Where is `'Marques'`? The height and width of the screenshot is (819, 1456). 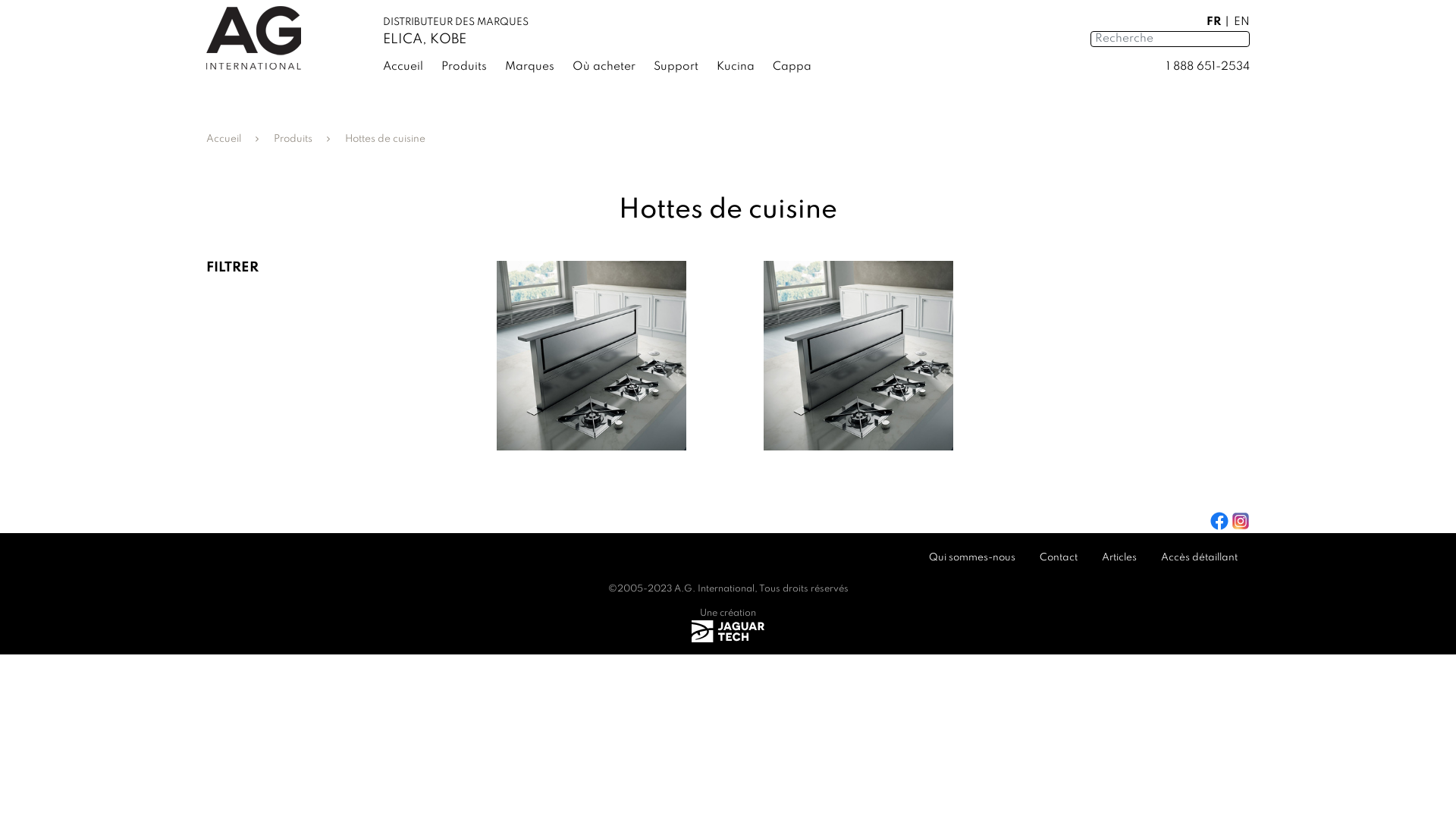 'Marques' is located at coordinates (505, 63).